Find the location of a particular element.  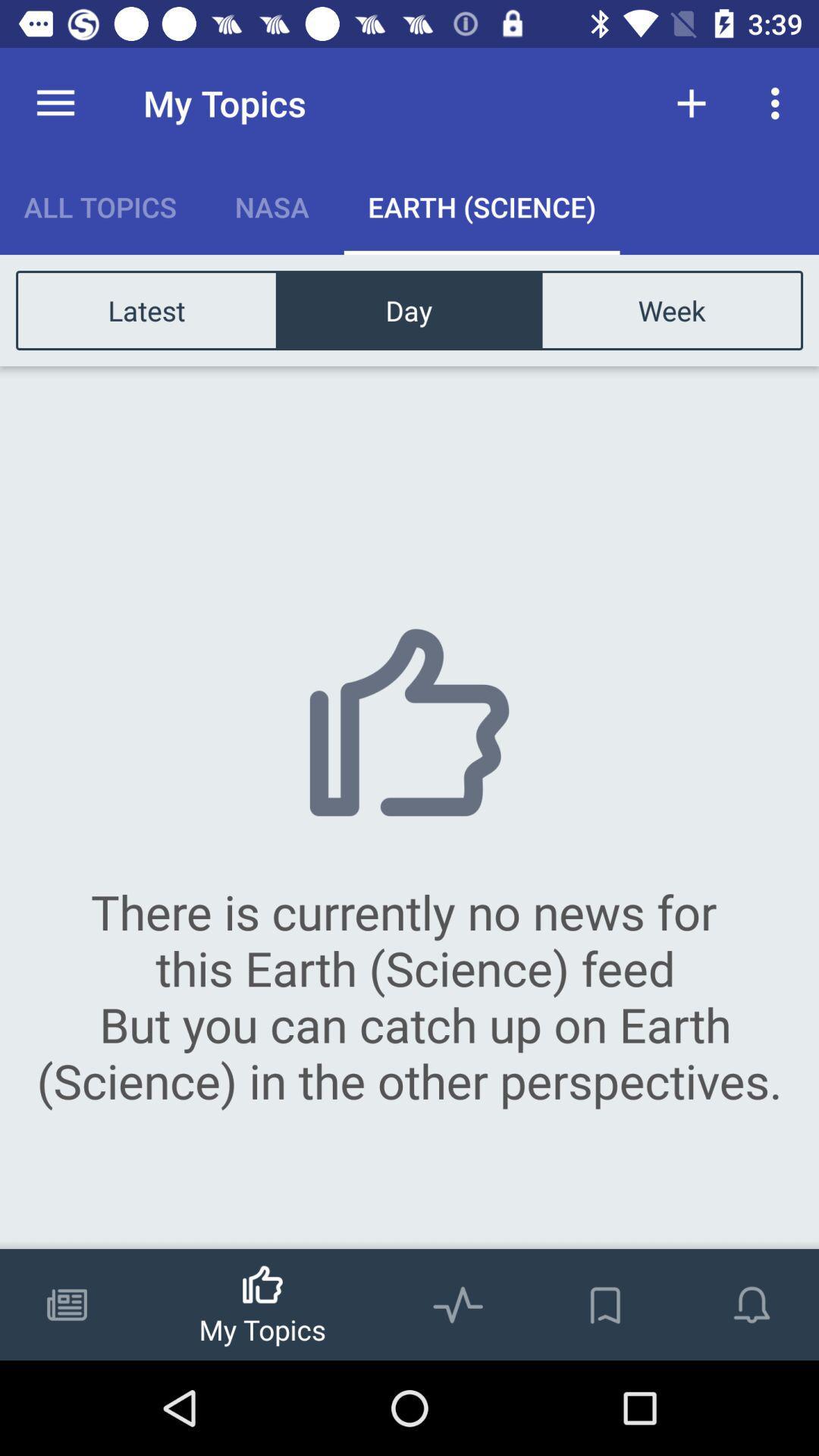

icon above there is currently is located at coordinates (670, 309).